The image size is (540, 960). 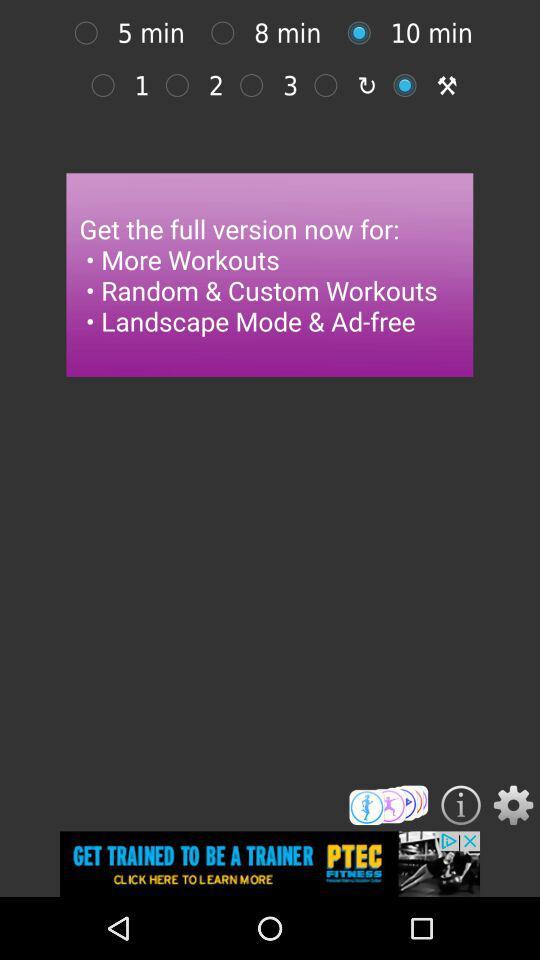 I want to click on 3, so click(x=331, y=85).